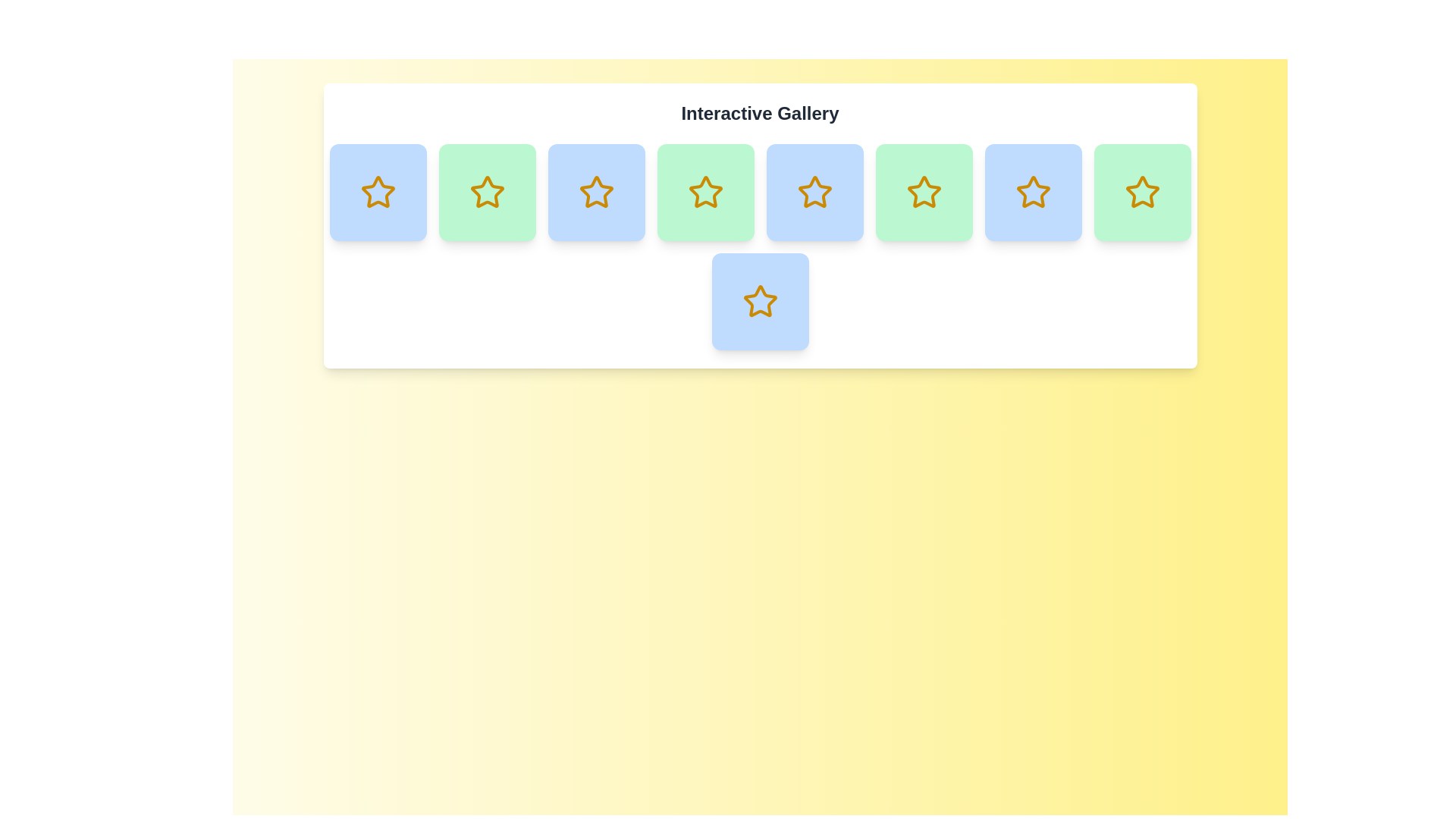  What do you see at coordinates (814, 191) in the screenshot?
I see `the star-shaped icon` at bounding box center [814, 191].